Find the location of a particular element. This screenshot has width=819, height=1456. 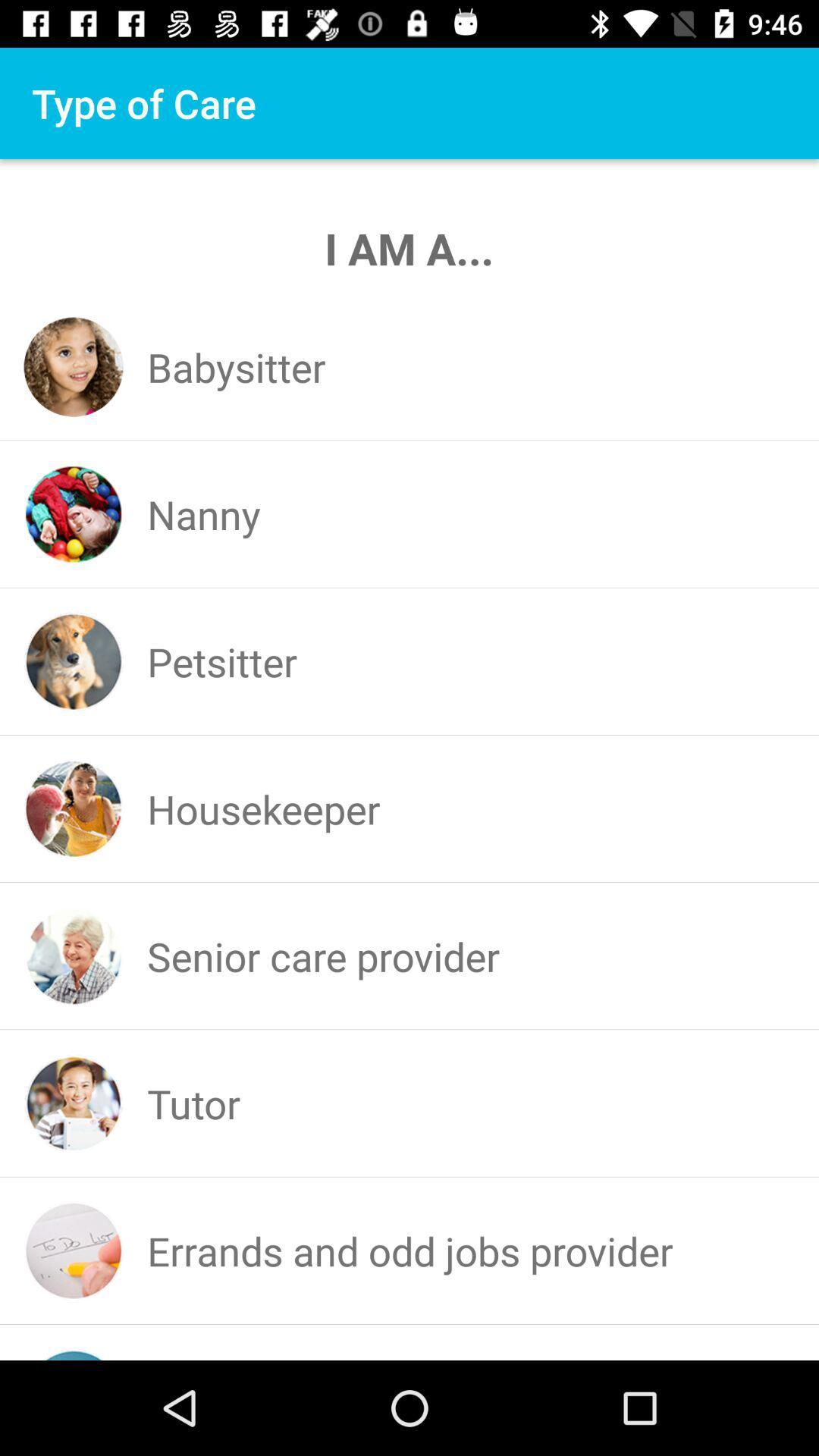

the nanny item is located at coordinates (202, 514).